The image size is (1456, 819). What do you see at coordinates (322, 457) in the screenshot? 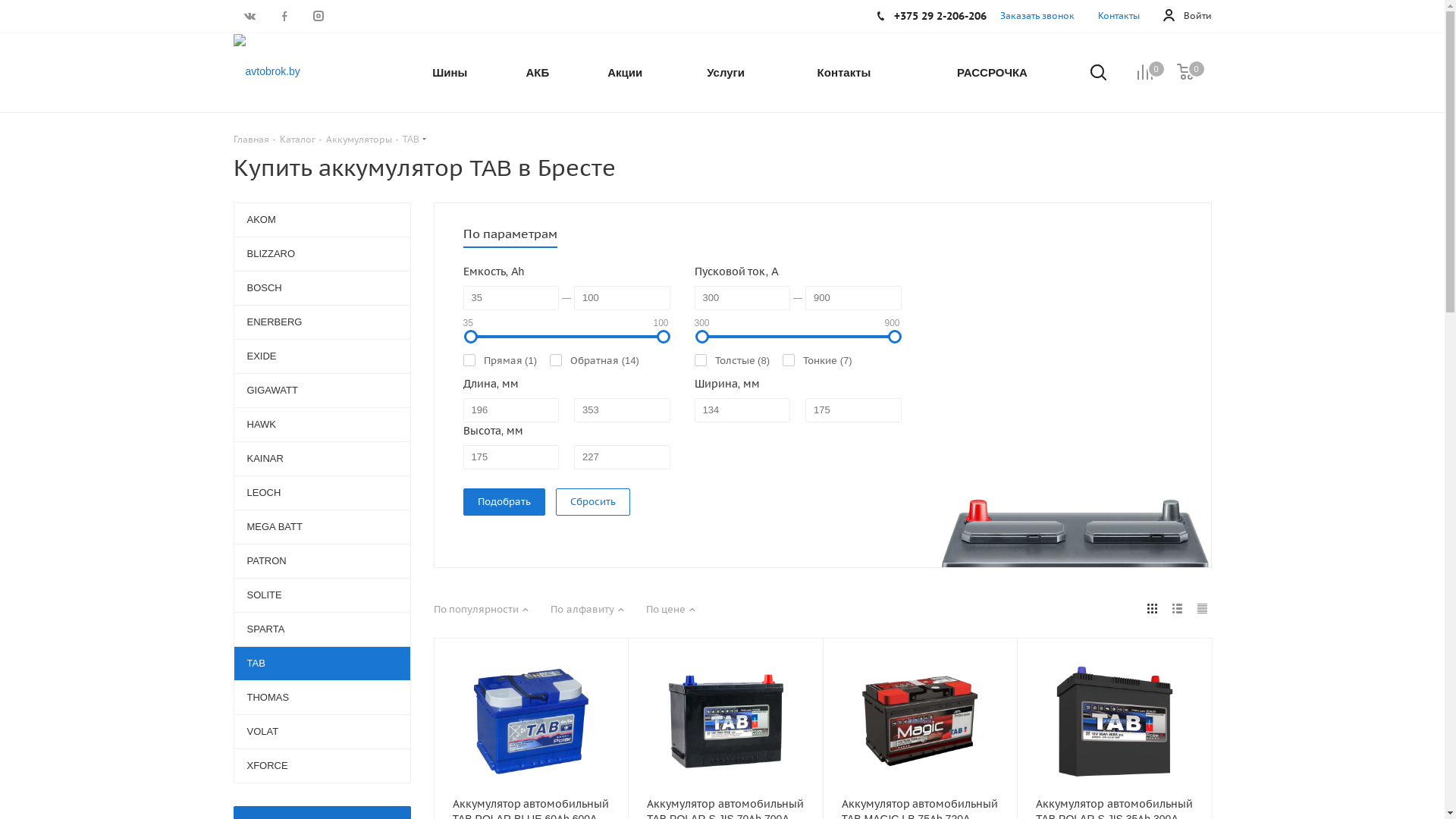
I see `'KAINAR'` at bounding box center [322, 457].